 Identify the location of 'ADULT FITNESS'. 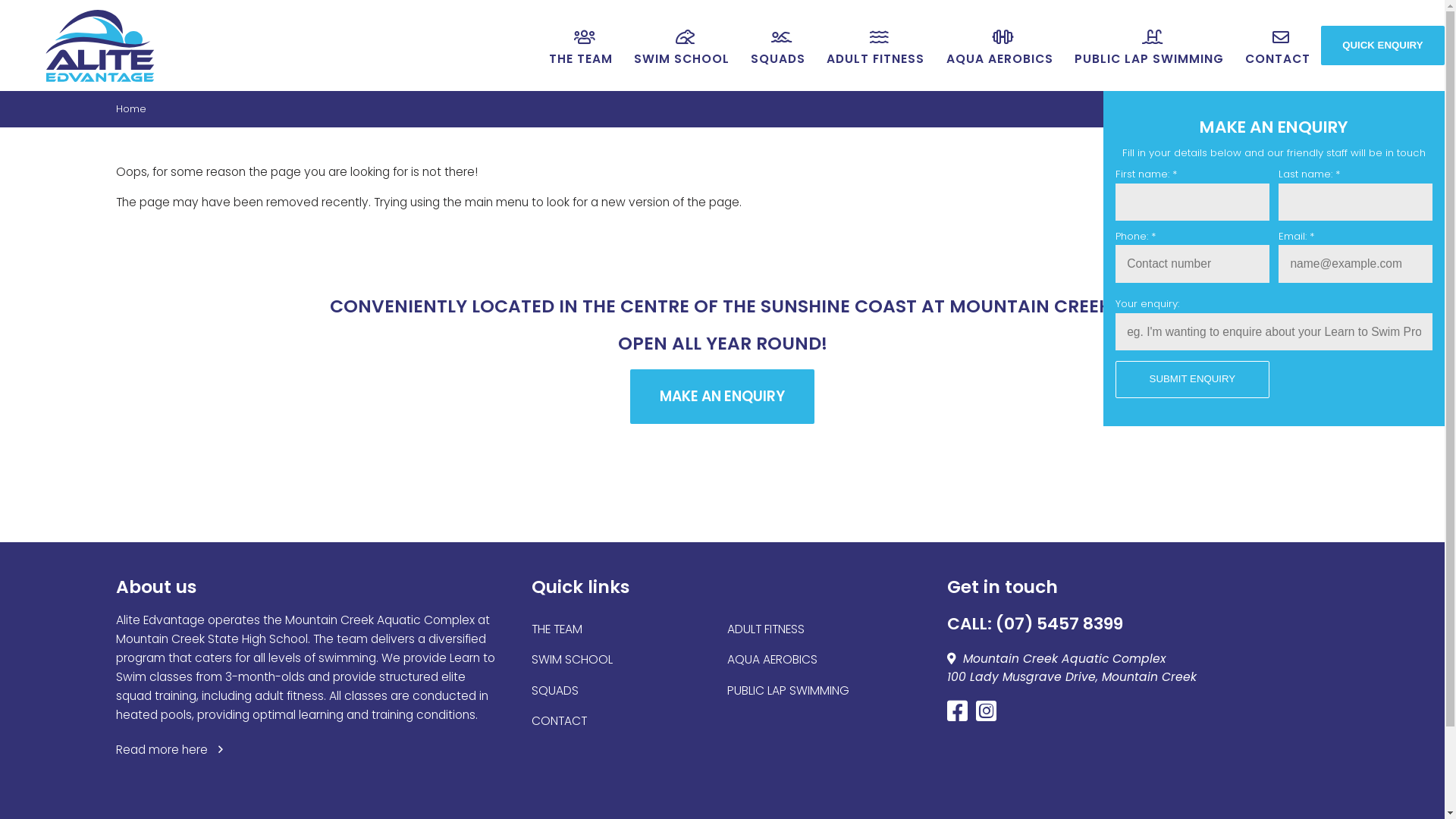
(726, 629).